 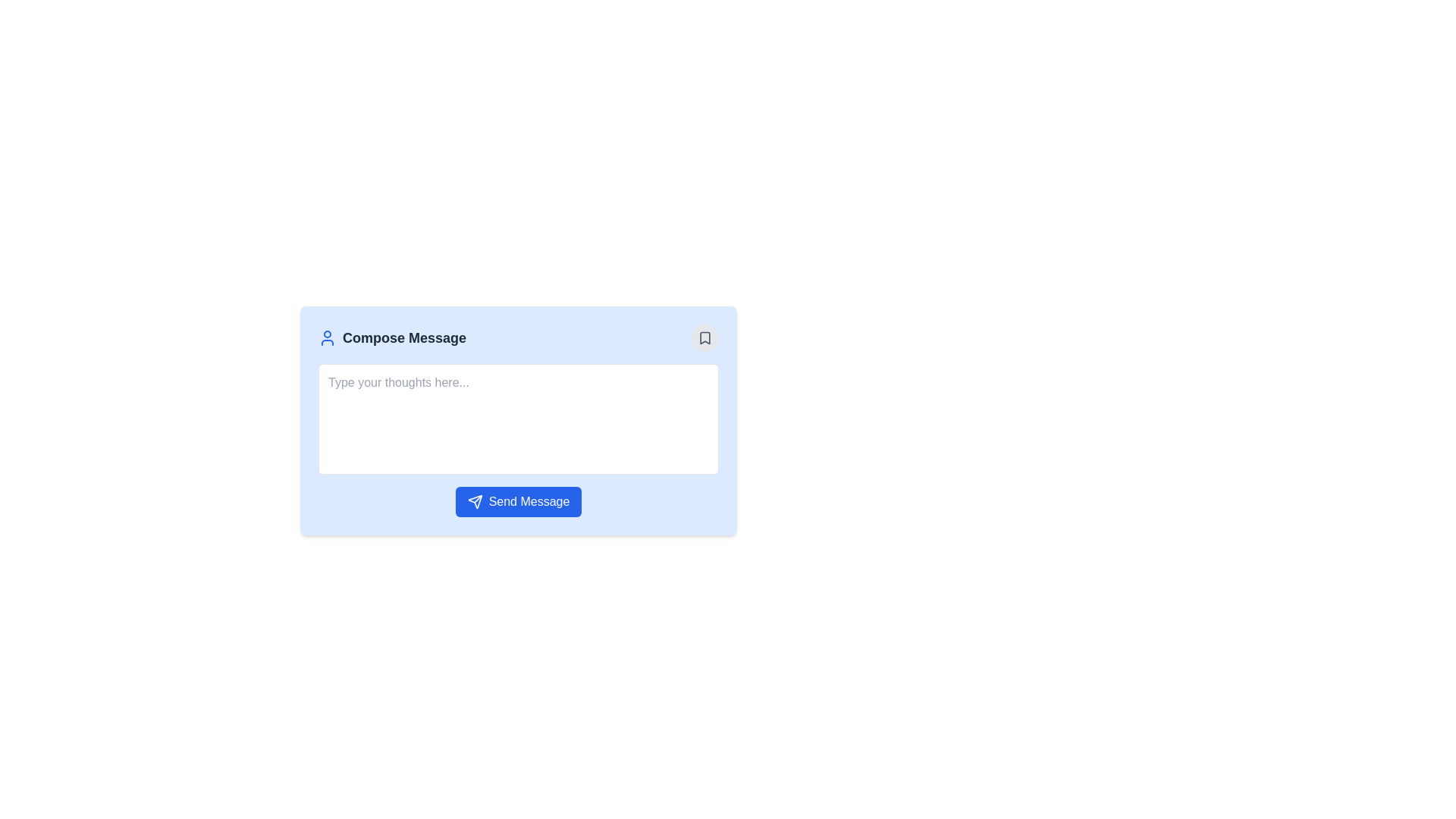 I want to click on the 'Send Message' button which includes the SVG graphic element symbolizing sending a message, located below the text input field, so click(x=474, y=502).